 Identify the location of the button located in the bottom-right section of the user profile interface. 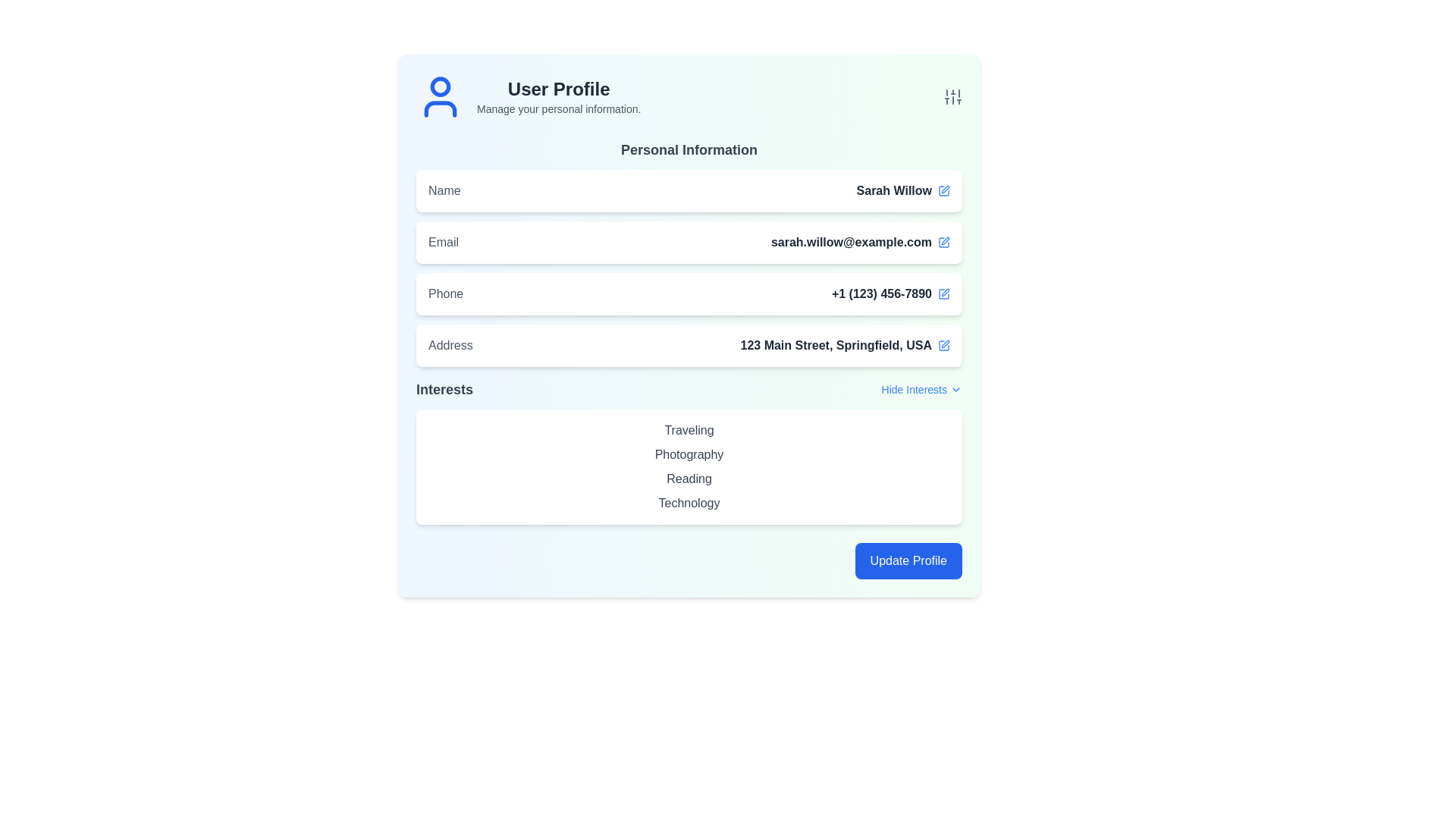
(908, 561).